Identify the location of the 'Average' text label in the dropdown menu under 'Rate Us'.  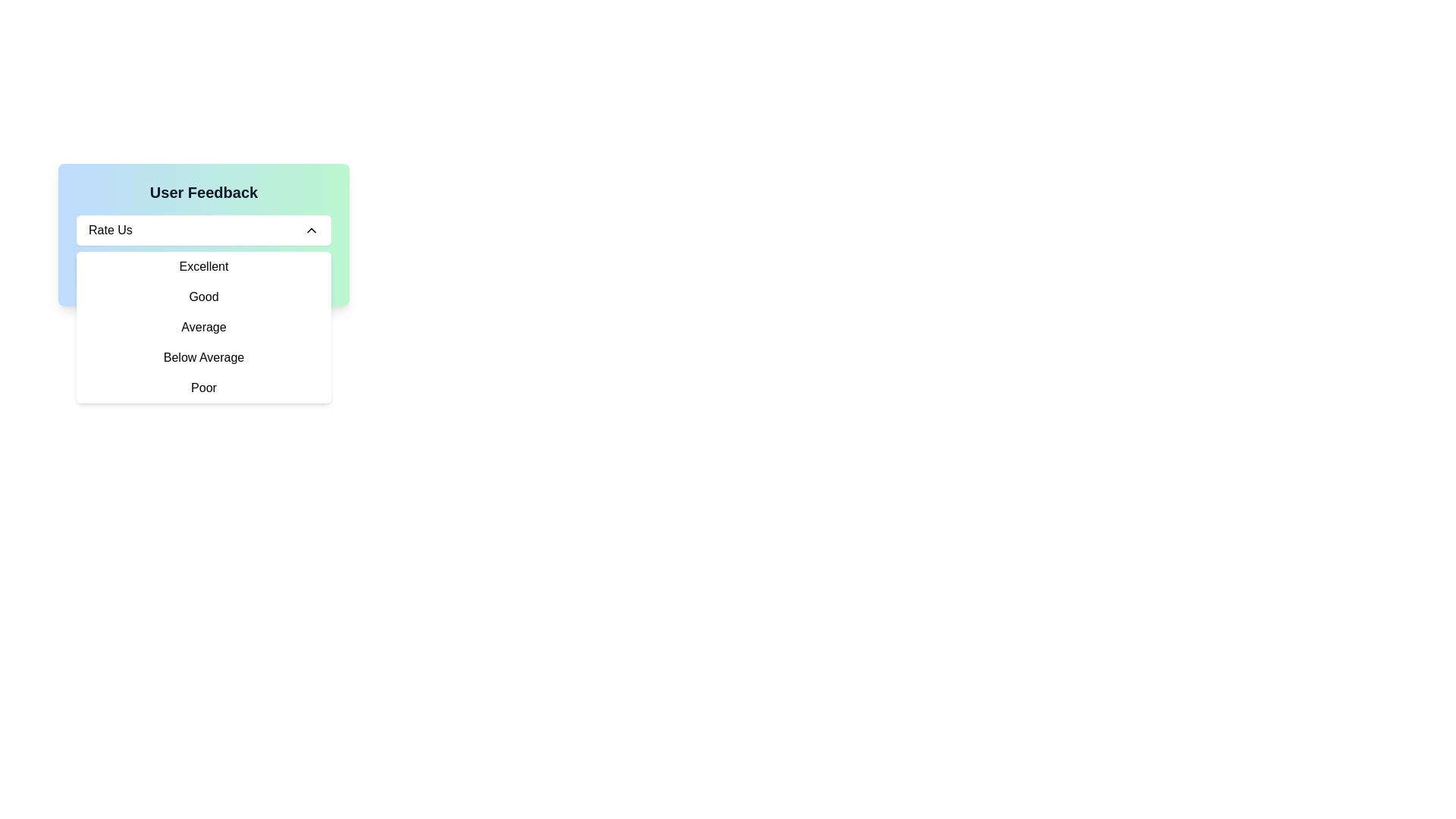
(202, 327).